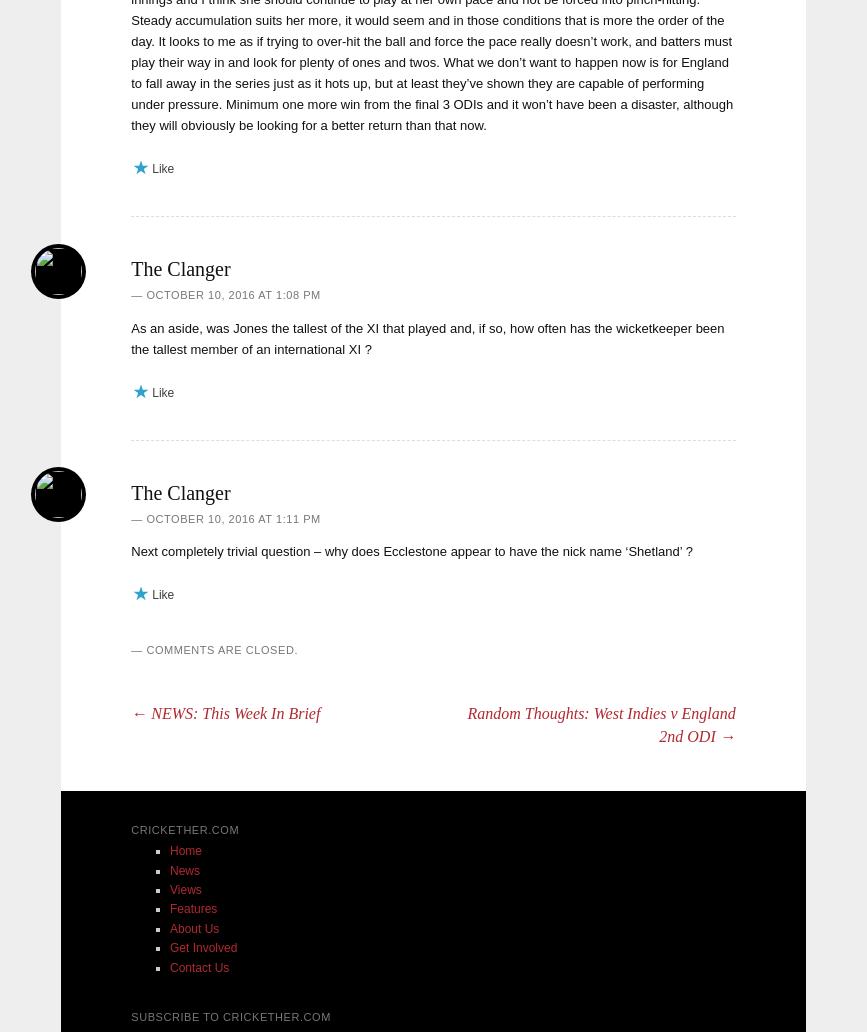 Image resolution: width=867 pixels, height=1032 pixels. Describe the element at coordinates (232, 517) in the screenshot. I see `'October 10, 2016 at 1:11 pm'` at that location.